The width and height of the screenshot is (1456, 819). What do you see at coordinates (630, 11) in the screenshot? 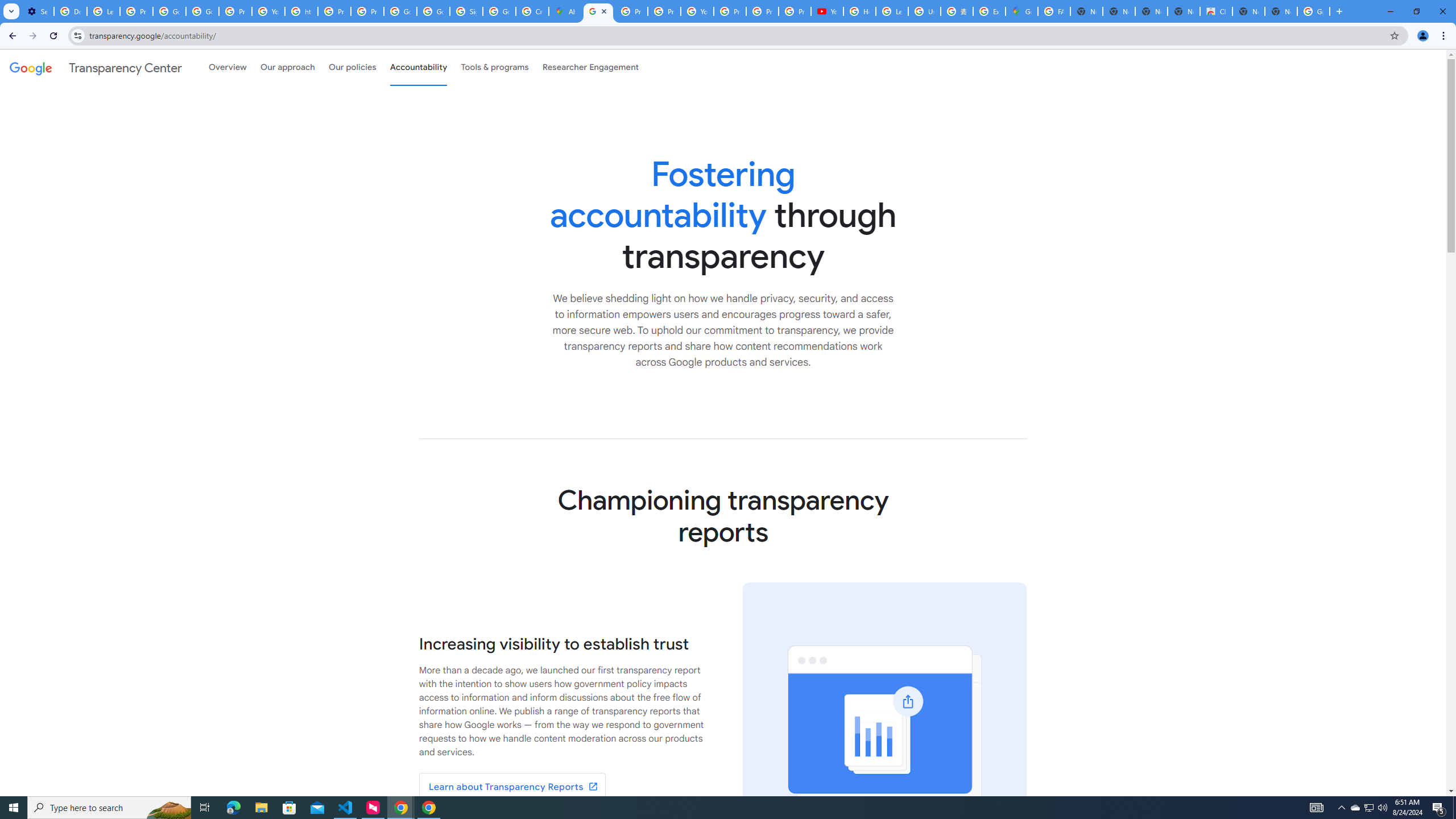
I see `'Privacy Help Center - Policies Help'` at bounding box center [630, 11].